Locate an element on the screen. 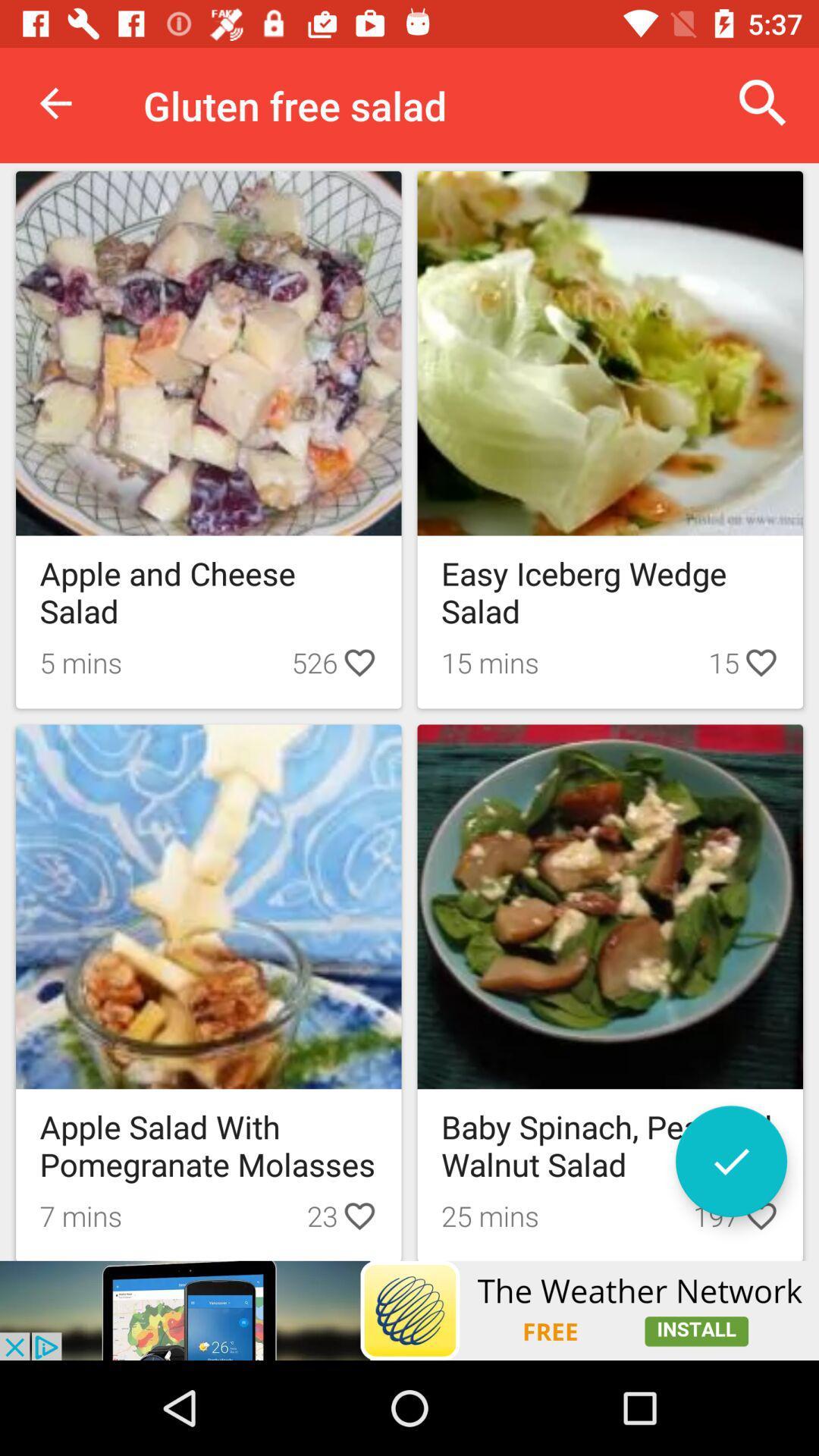 The height and width of the screenshot is (1456, 819). confirm selection button is located at coordinates (730, 1160).